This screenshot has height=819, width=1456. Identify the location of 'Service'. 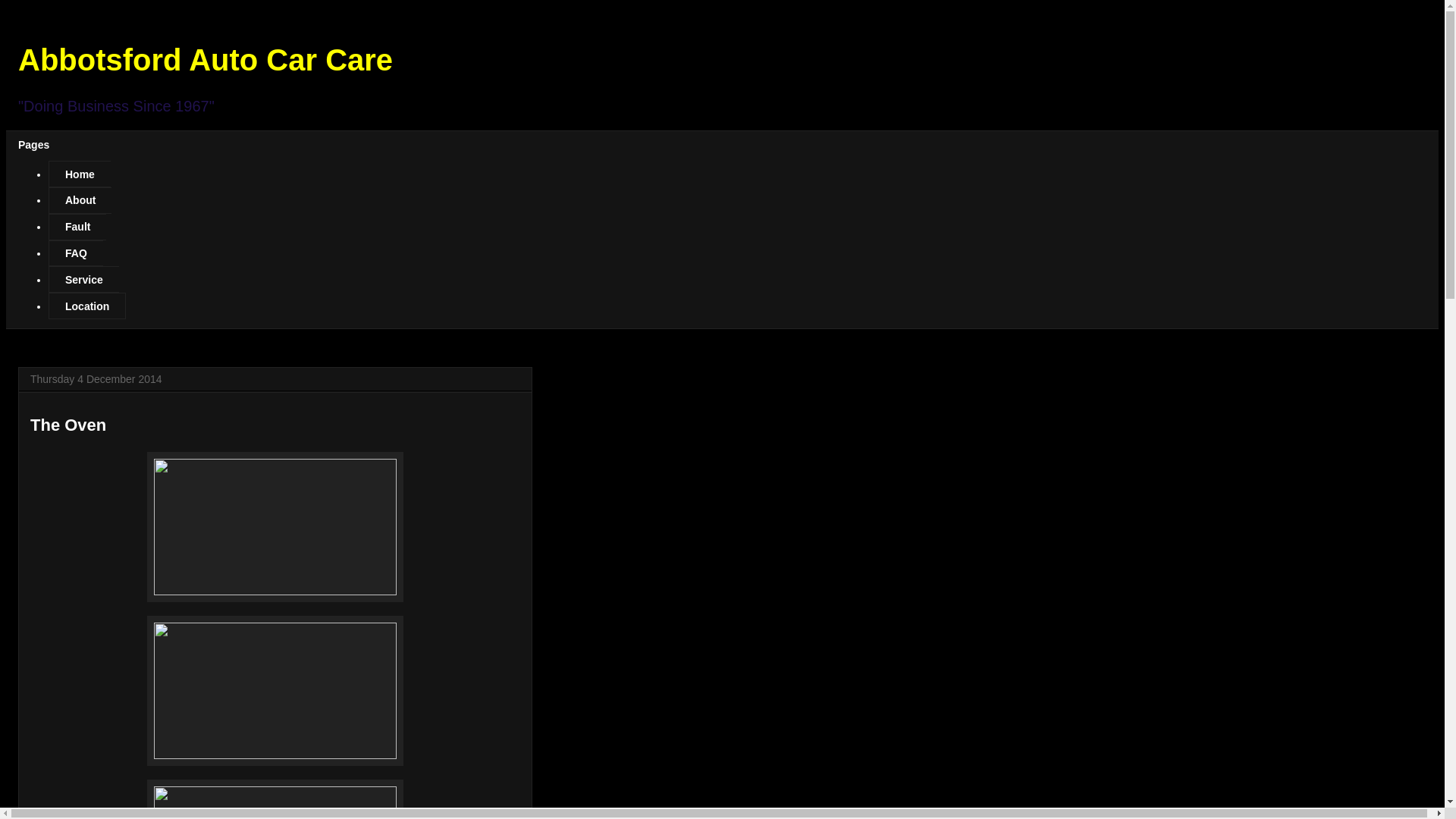
(48, 279).